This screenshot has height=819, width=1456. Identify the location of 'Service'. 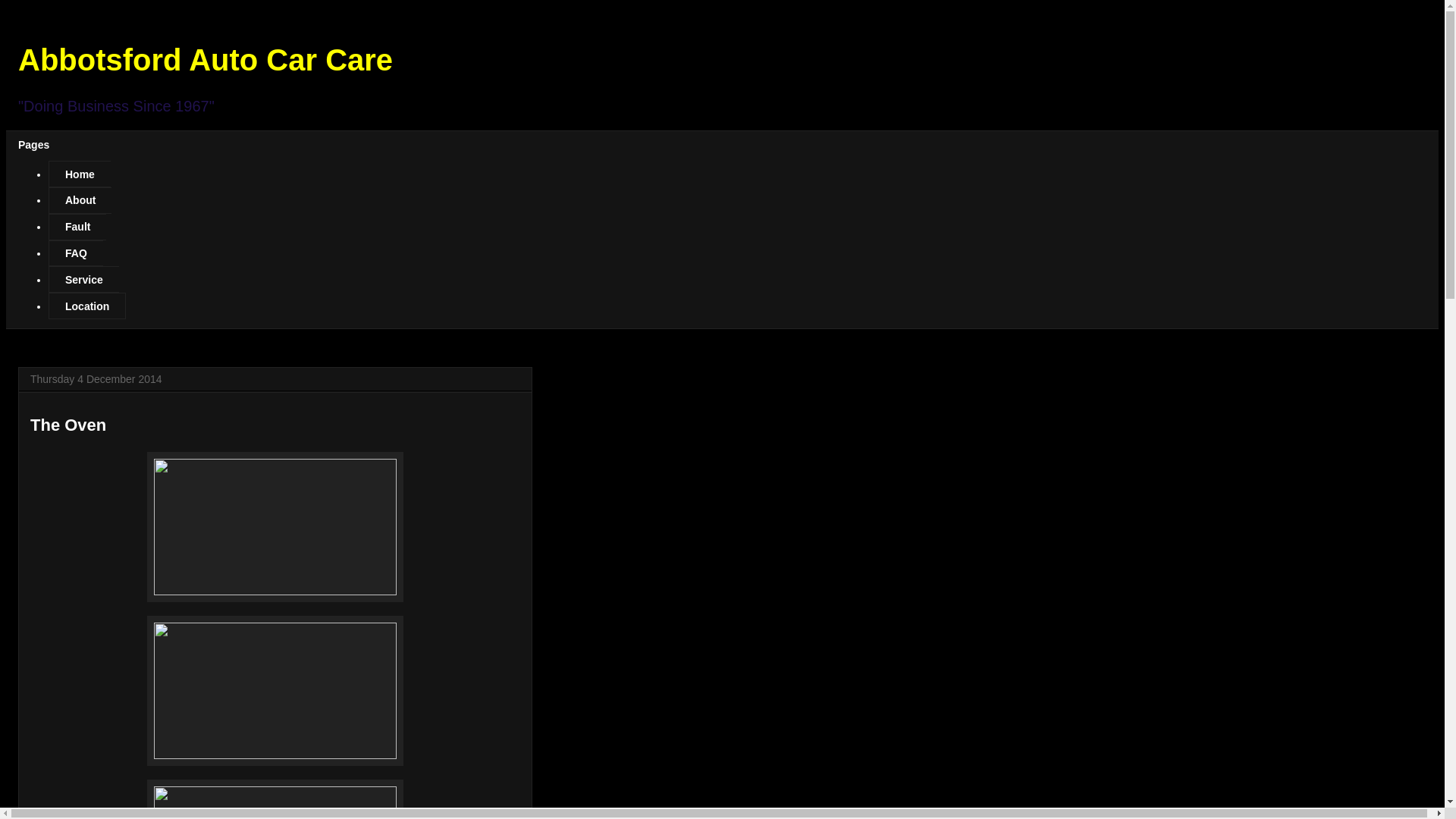
(48, 279).